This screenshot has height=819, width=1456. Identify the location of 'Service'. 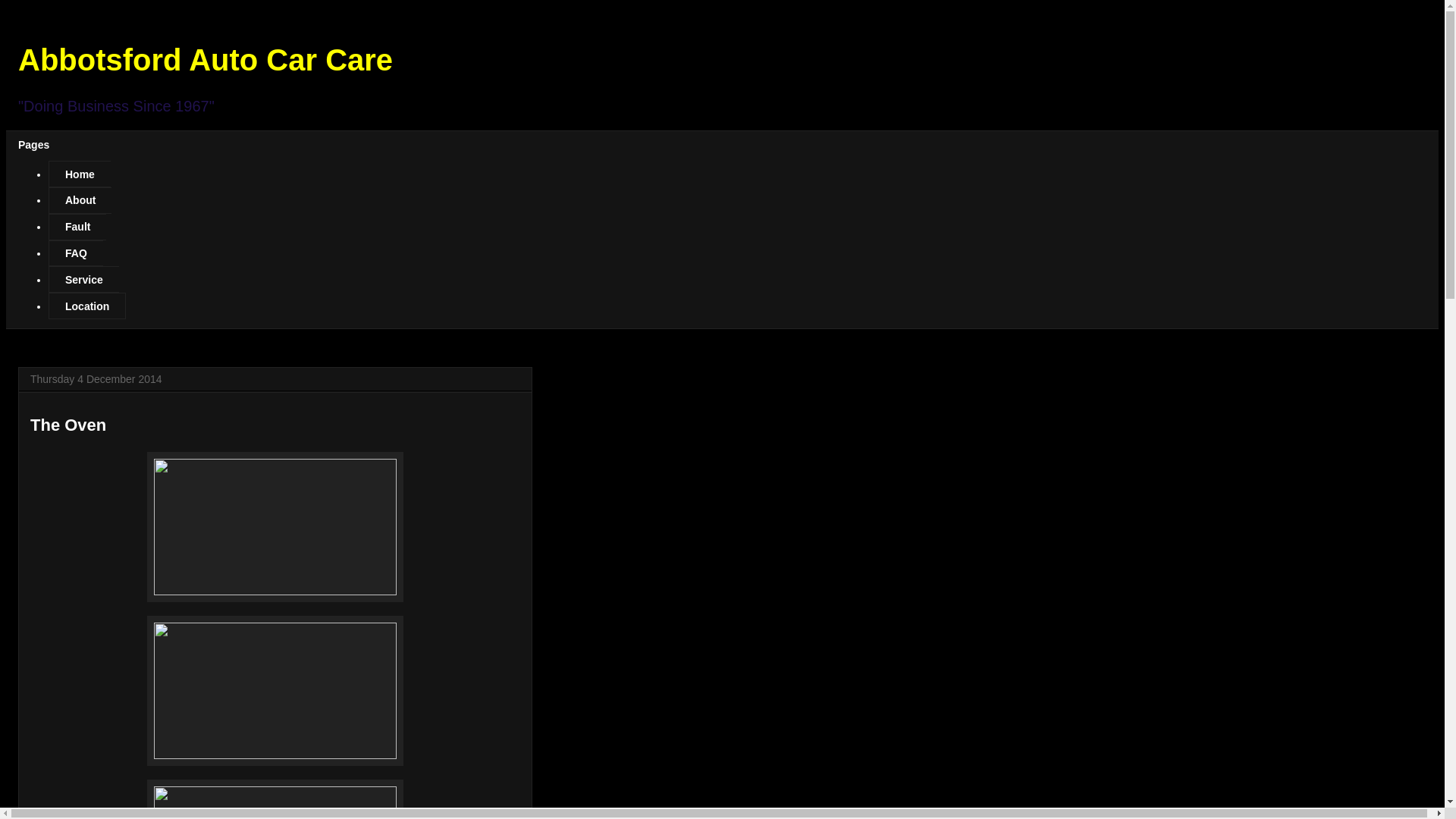
(48, 279).